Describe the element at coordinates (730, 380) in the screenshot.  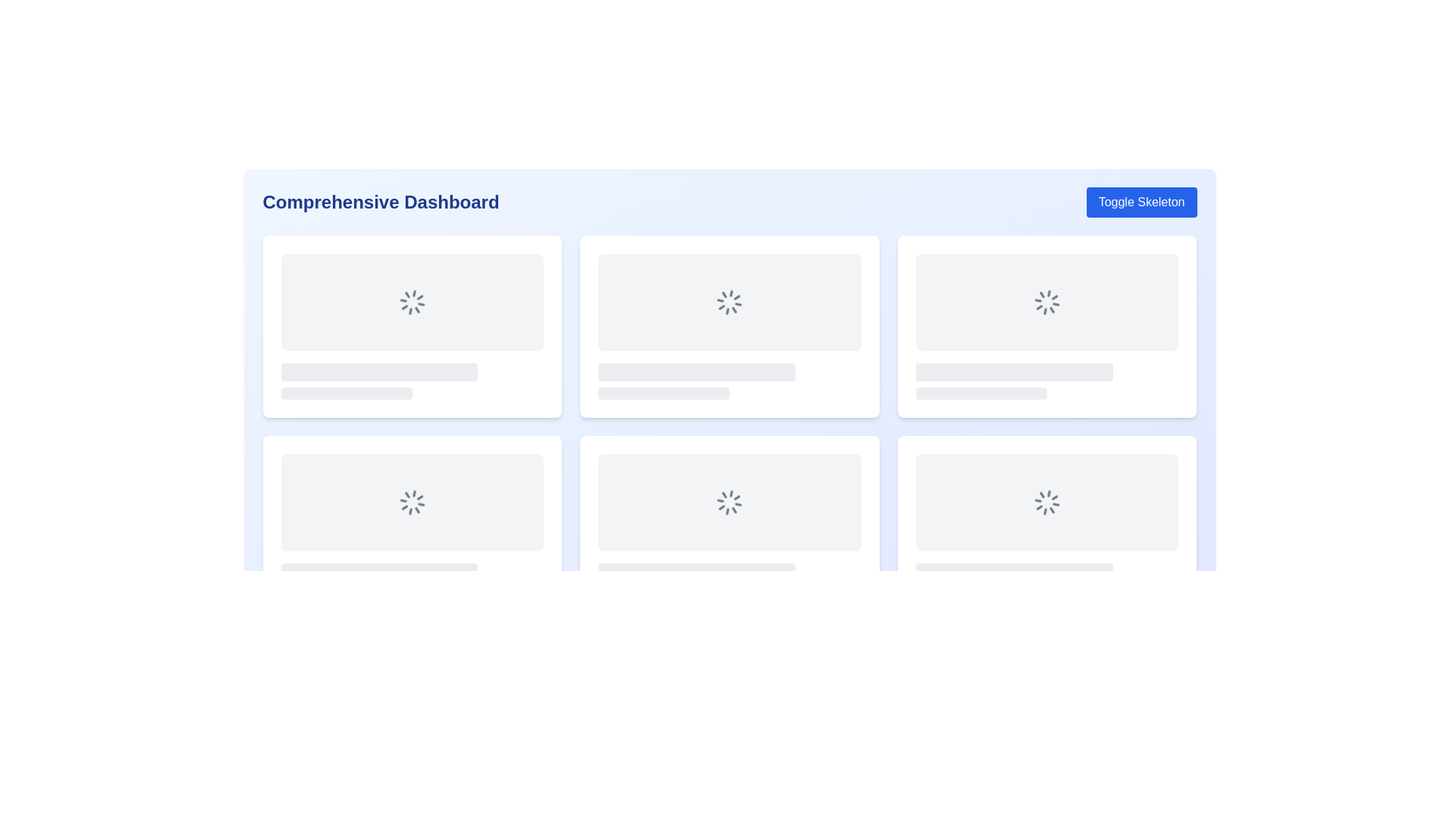
I see `the non-interactive placeholder block, which consists of two rectangular blocks stacked vertically with a light gray background and rounded corners, located in the central card on the second row of a grid layout` at that location.